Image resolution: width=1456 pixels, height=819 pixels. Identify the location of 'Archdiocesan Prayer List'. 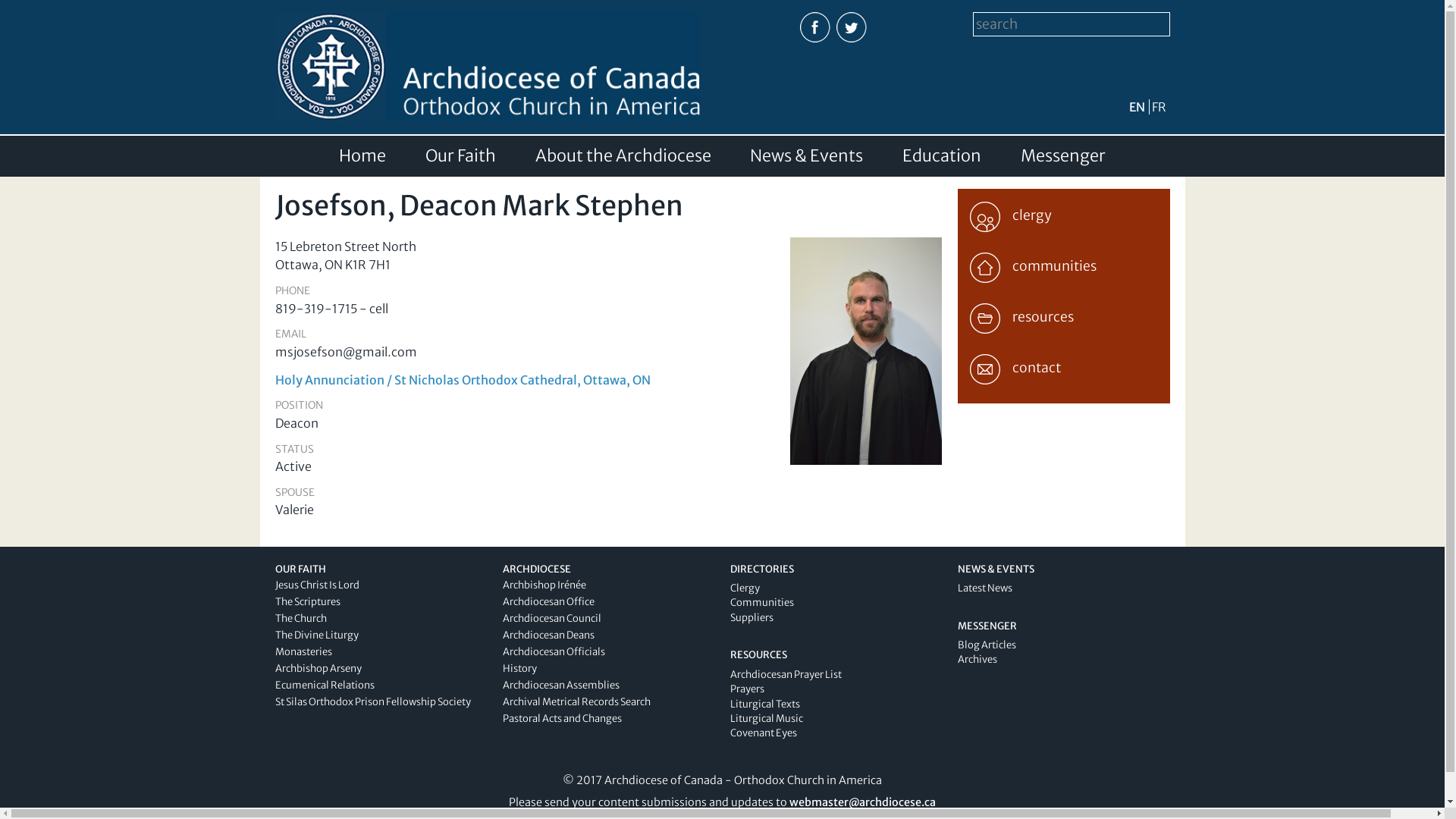
(729, 673).